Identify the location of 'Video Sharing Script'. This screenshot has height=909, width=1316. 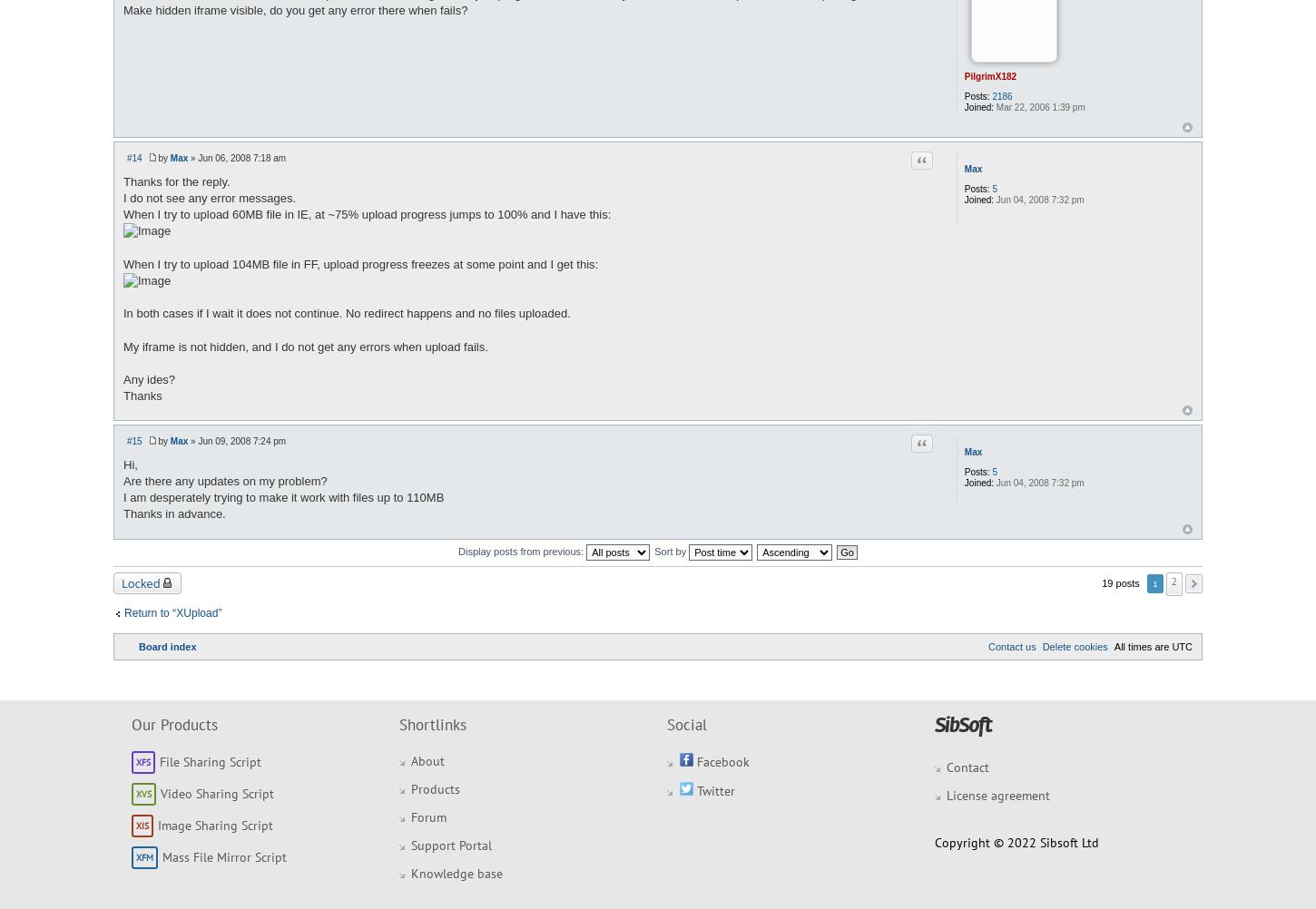
(216, 793).